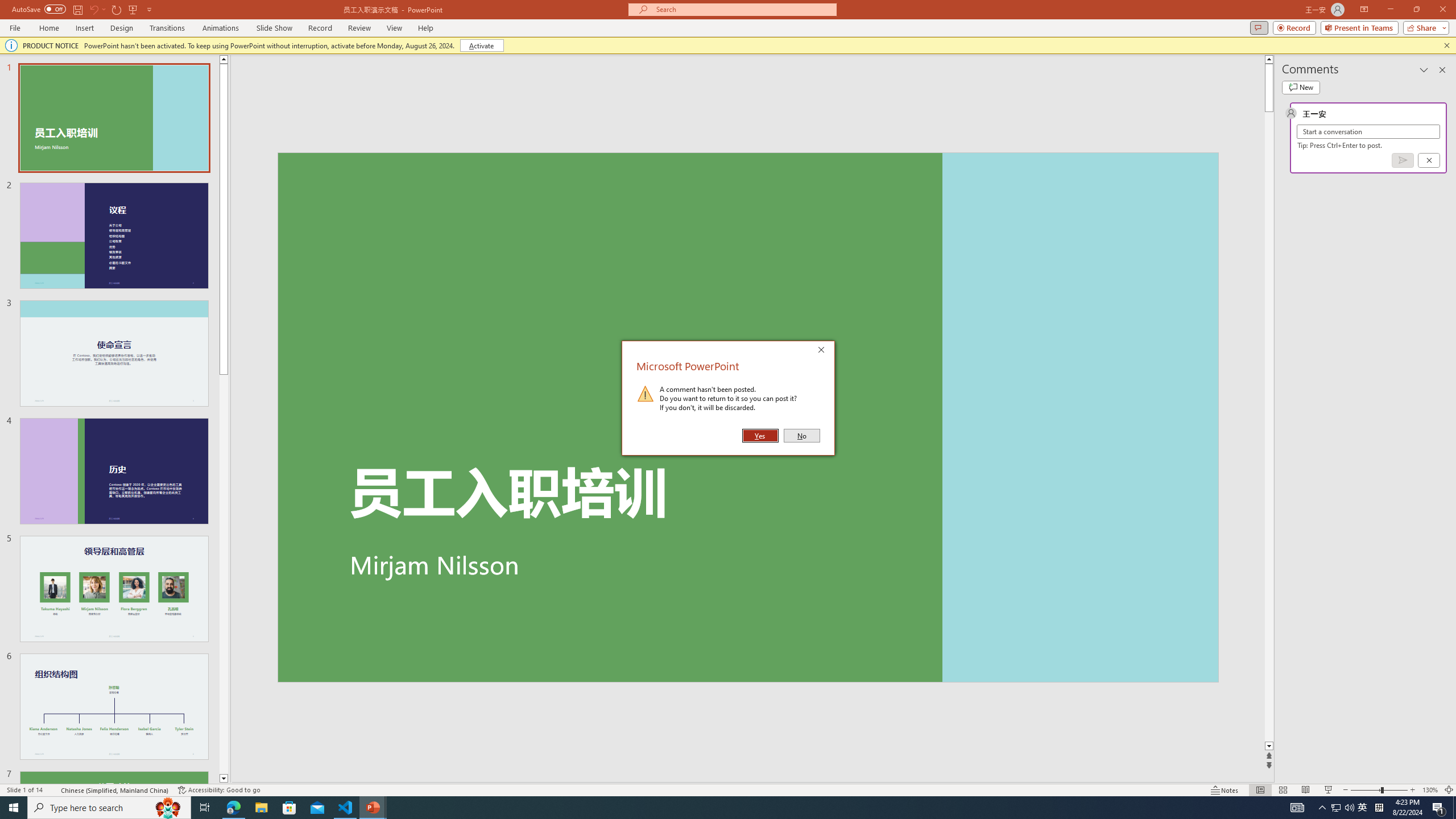  What do you see at coordinates (760, 435) in the screenshot?
I see `'Yes'` at bounding box center [760, 435].